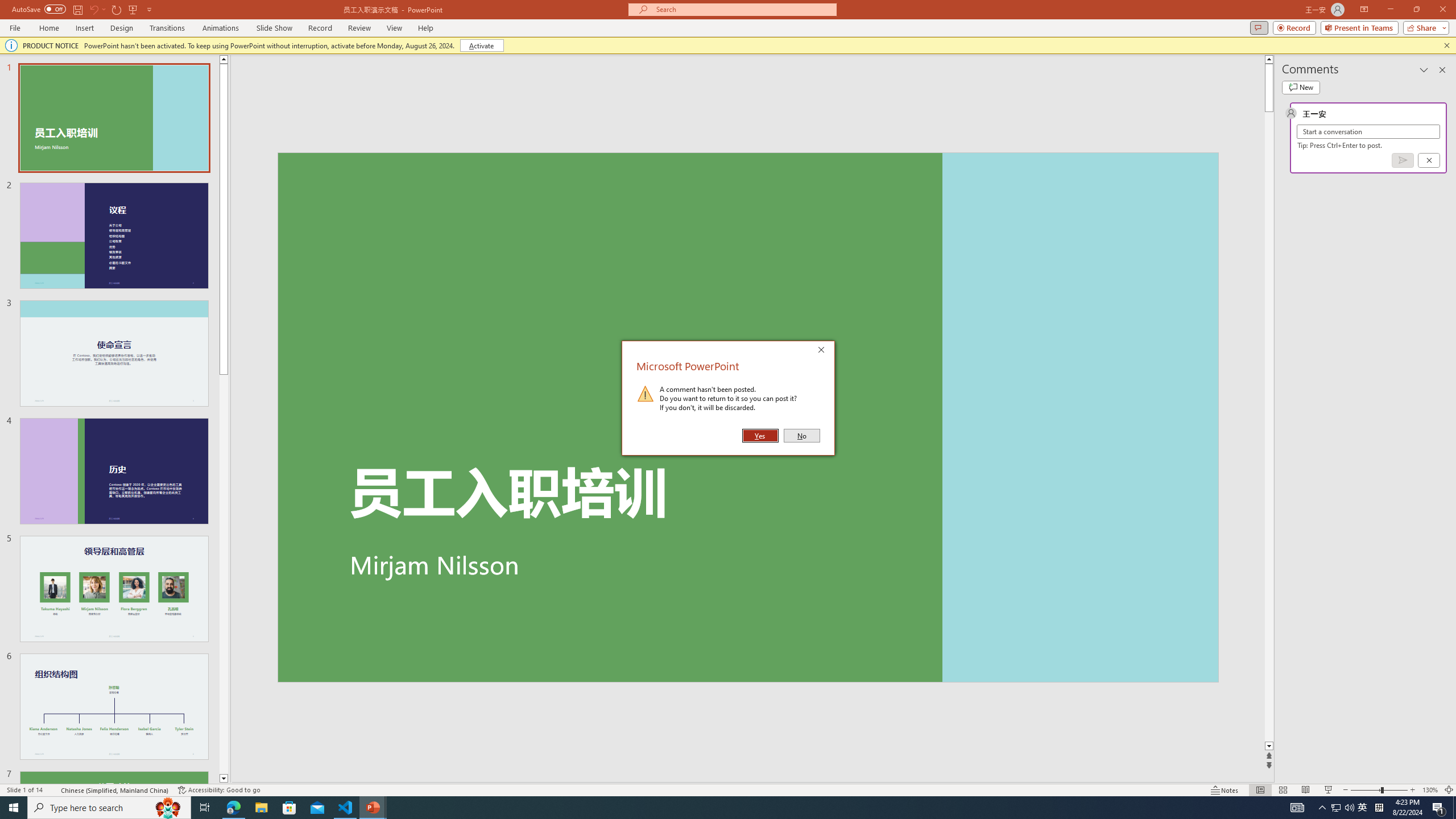  What do you see at coordinates (760, 435) in the screenshot?
I see `'Yes'` at bounding box center [760, 435].